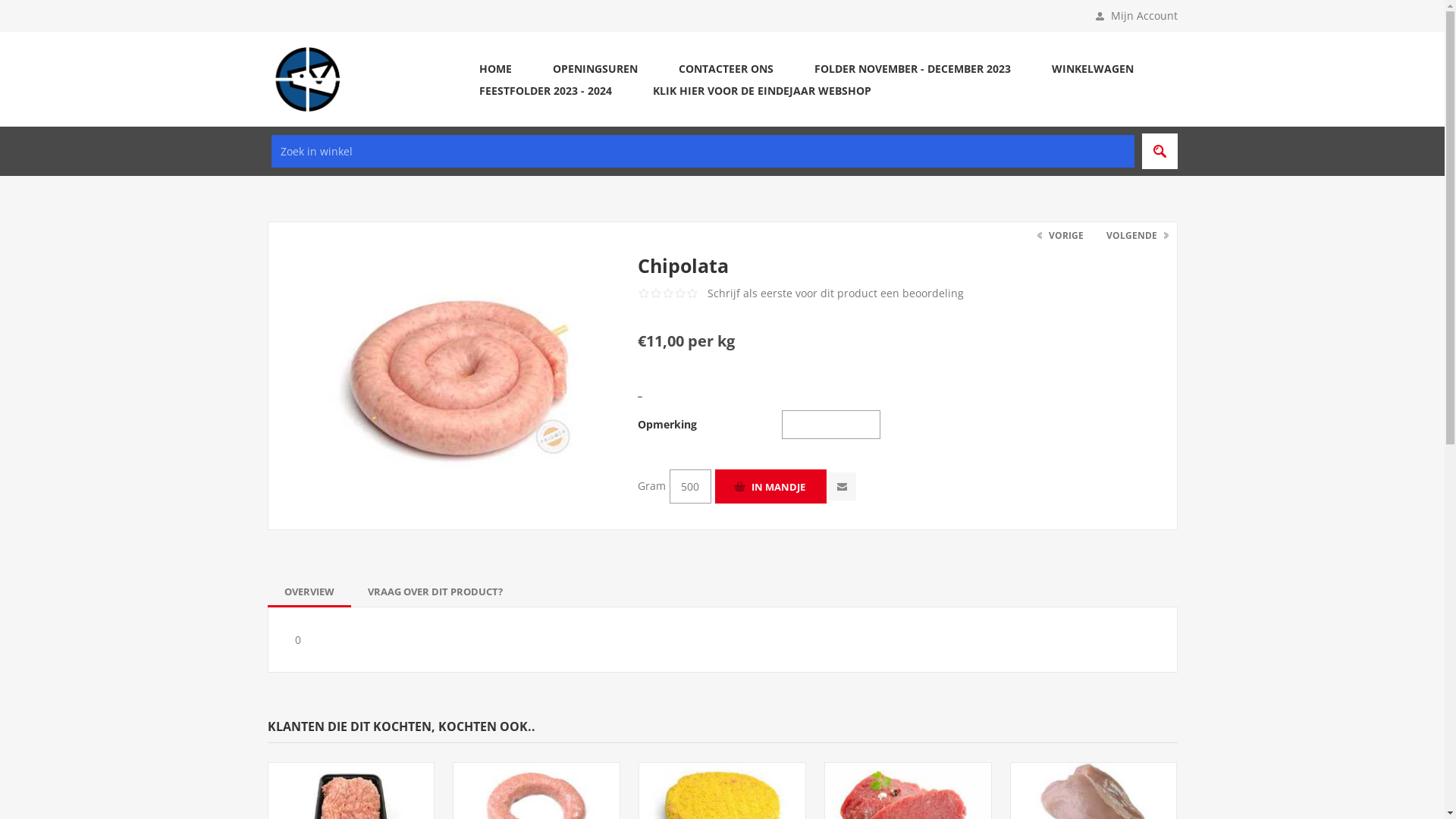 The height and width of the screenshot is (819, 1456). What do you see at coordinates (1159, 151) in the screenshot?
I see `'Search'` at bounding box center [1159, 151].